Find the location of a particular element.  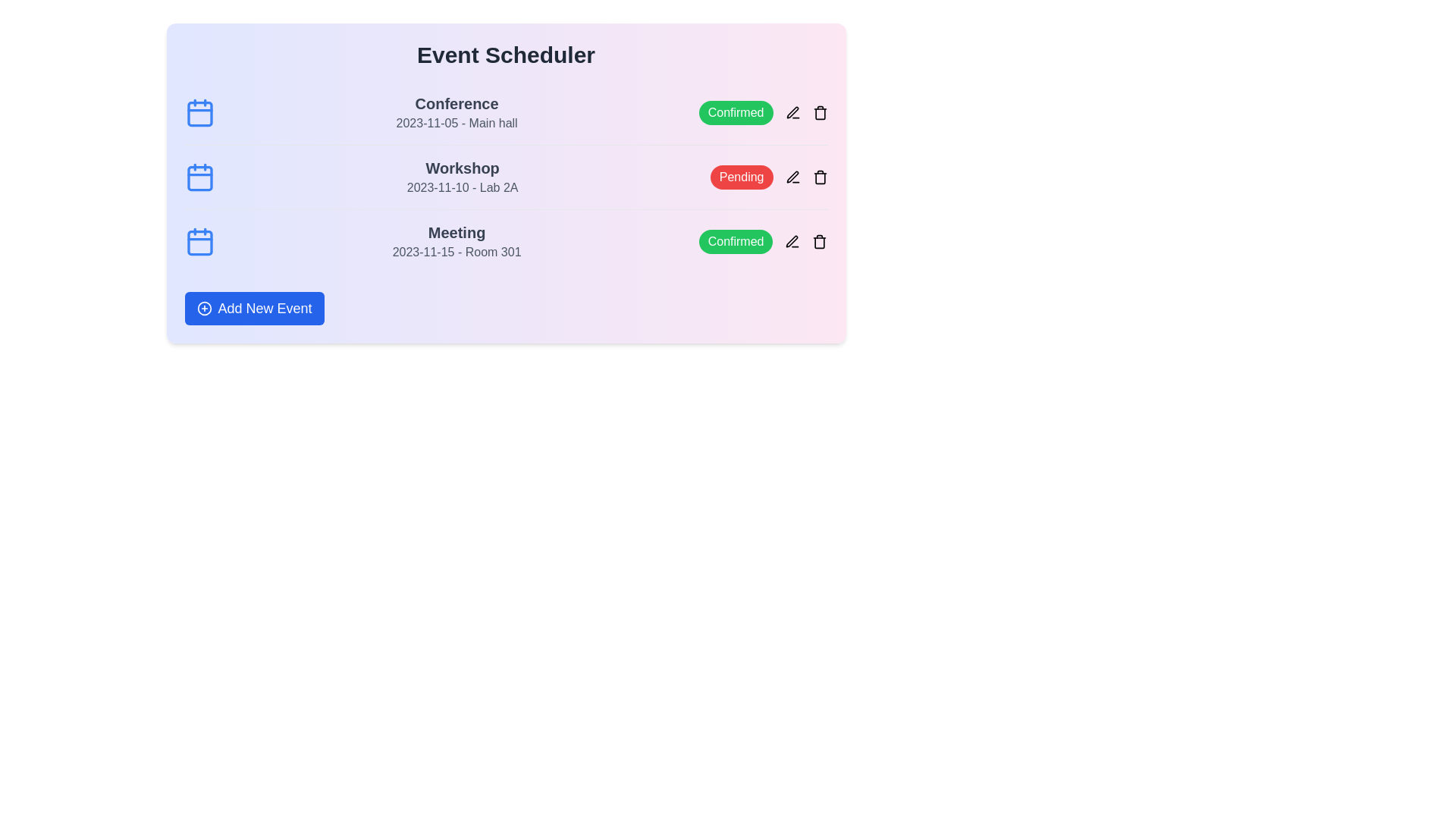

the delete button located to the immediate right of the edit pencil icon, which is the last element in the row for the 'Workshop' event entry, to initiate deletion is located at coordinates (819, 112).